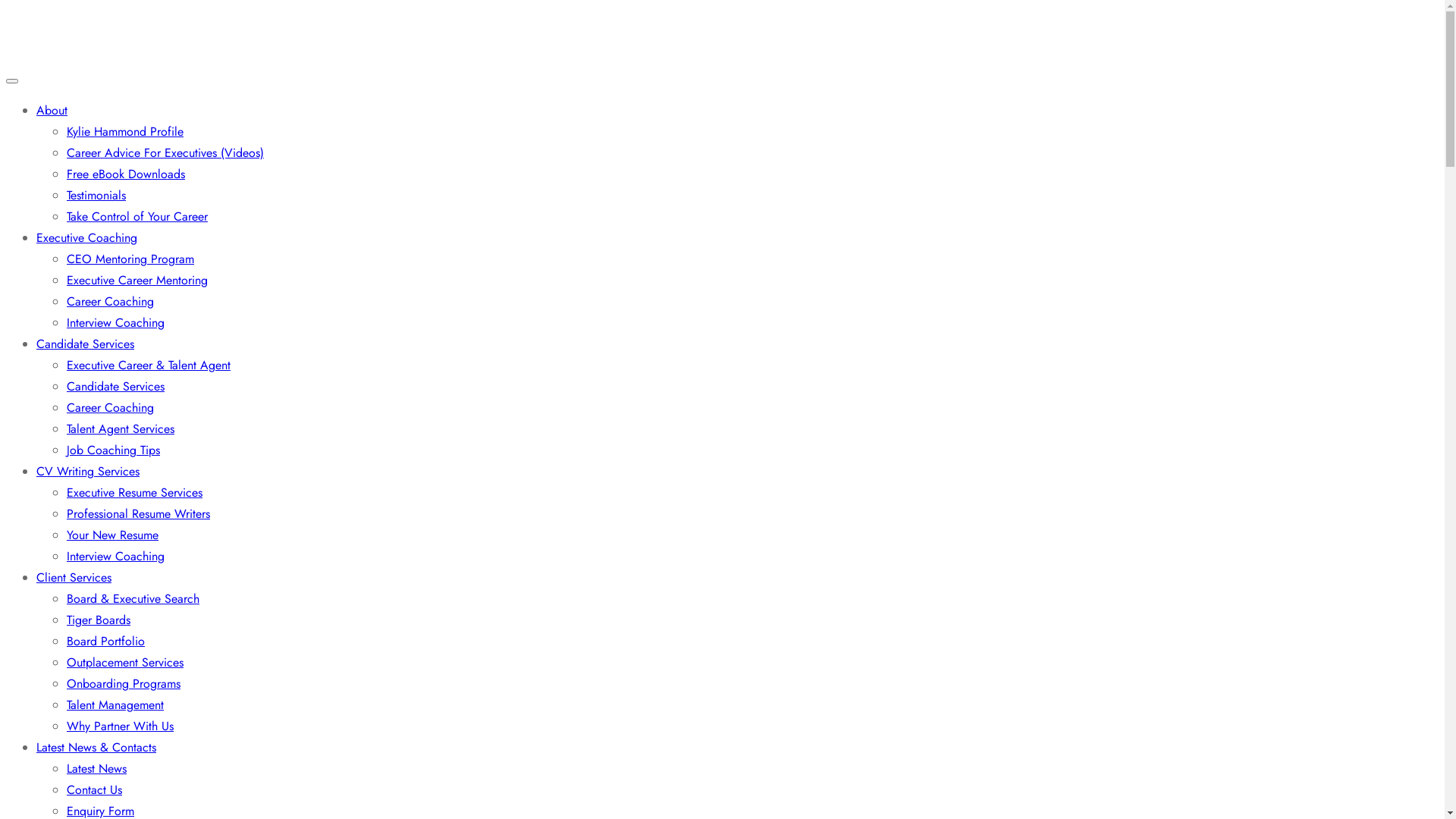 The width and height of the screenshot is (1456, 819). I want to click on 'Onboarding Programs', so click(124, 683).